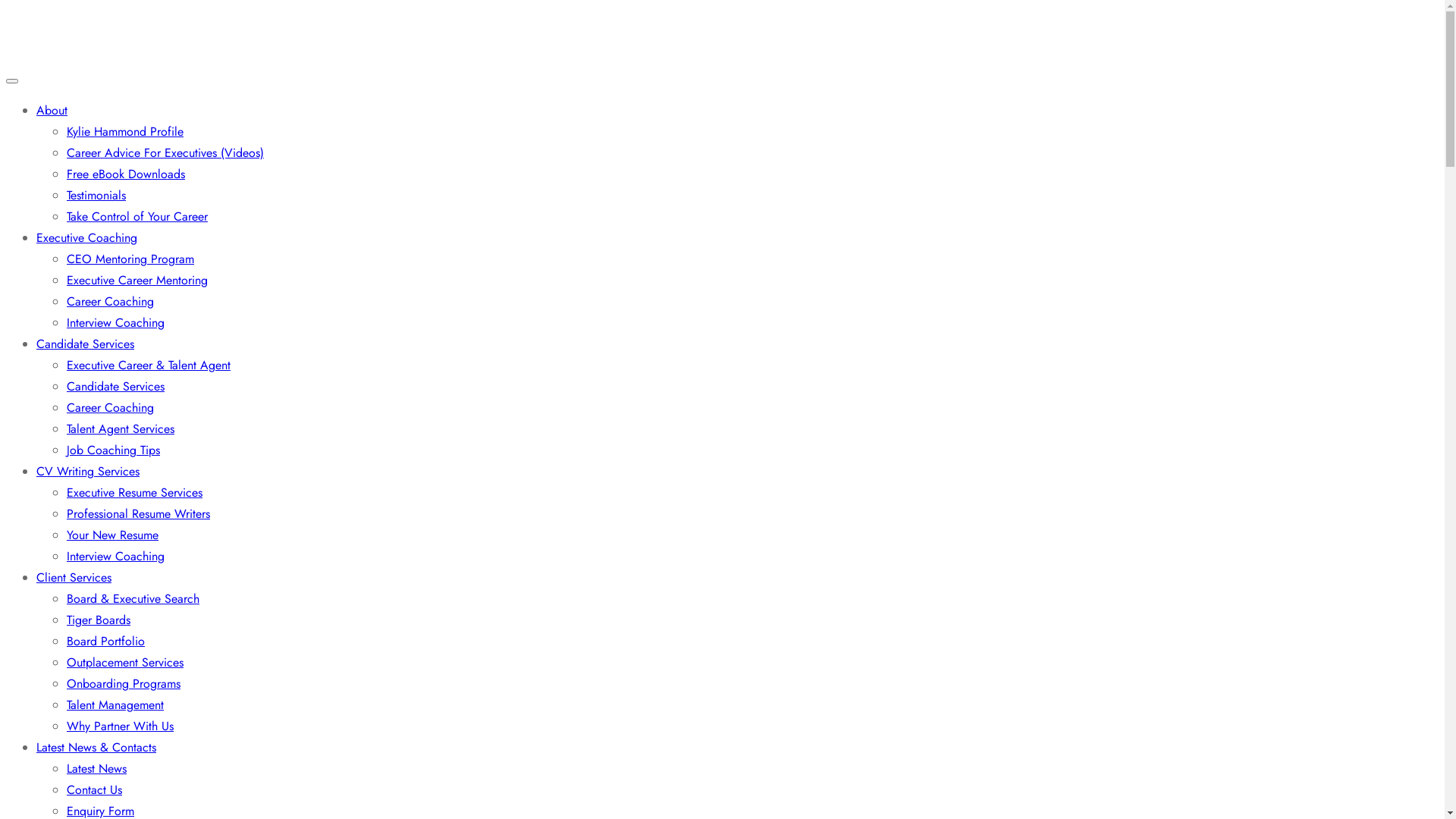 The width and height of the screenshot is (1456, 819). I want to click on 'Onboarding Programs', so click(124, 683).